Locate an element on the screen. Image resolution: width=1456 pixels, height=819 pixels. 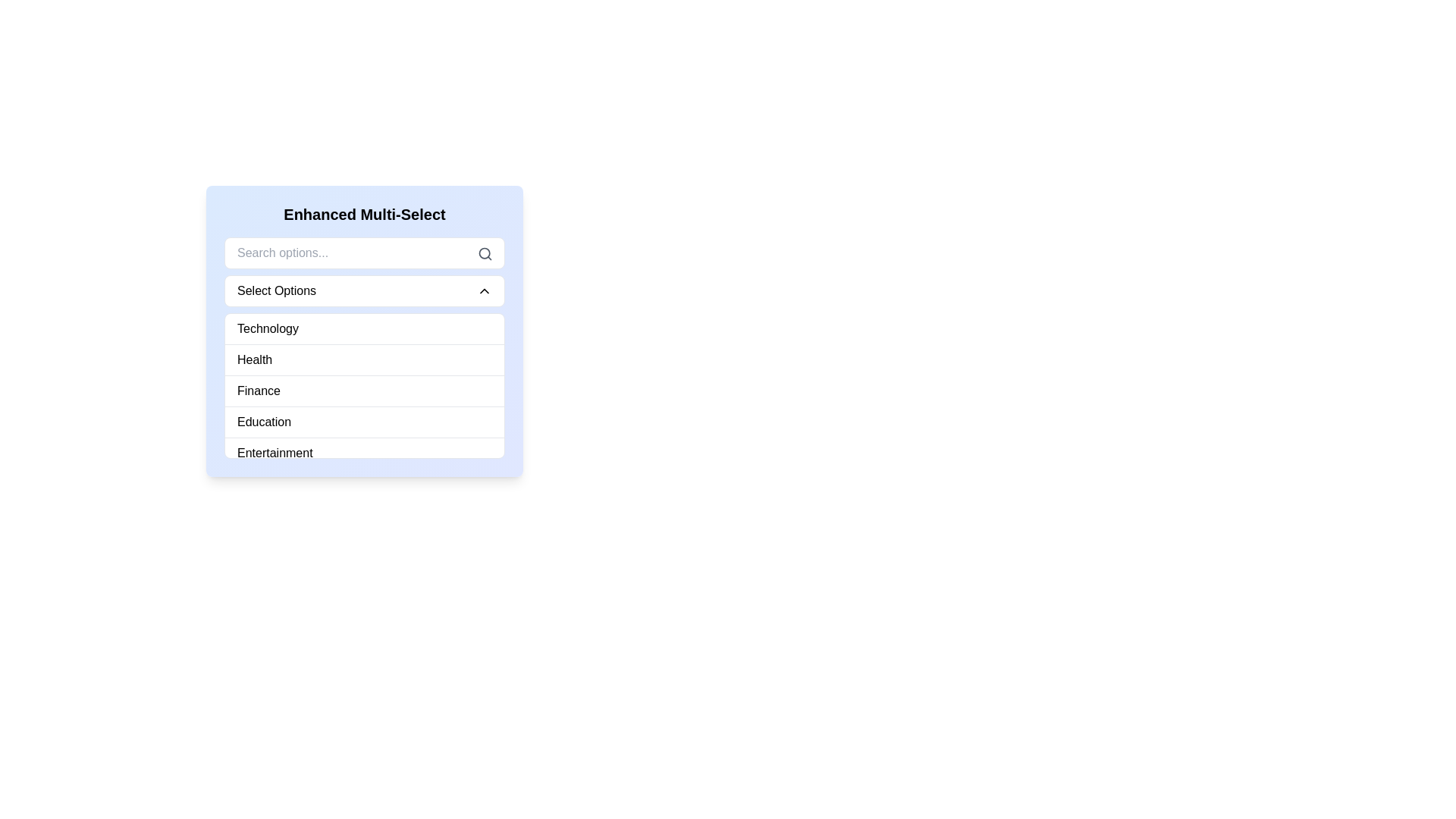
the 'Select Options' static text label, which is positioned near the top of the dropdown area and has a bold font style with black text on a white background is located at coordinates (276, 291).